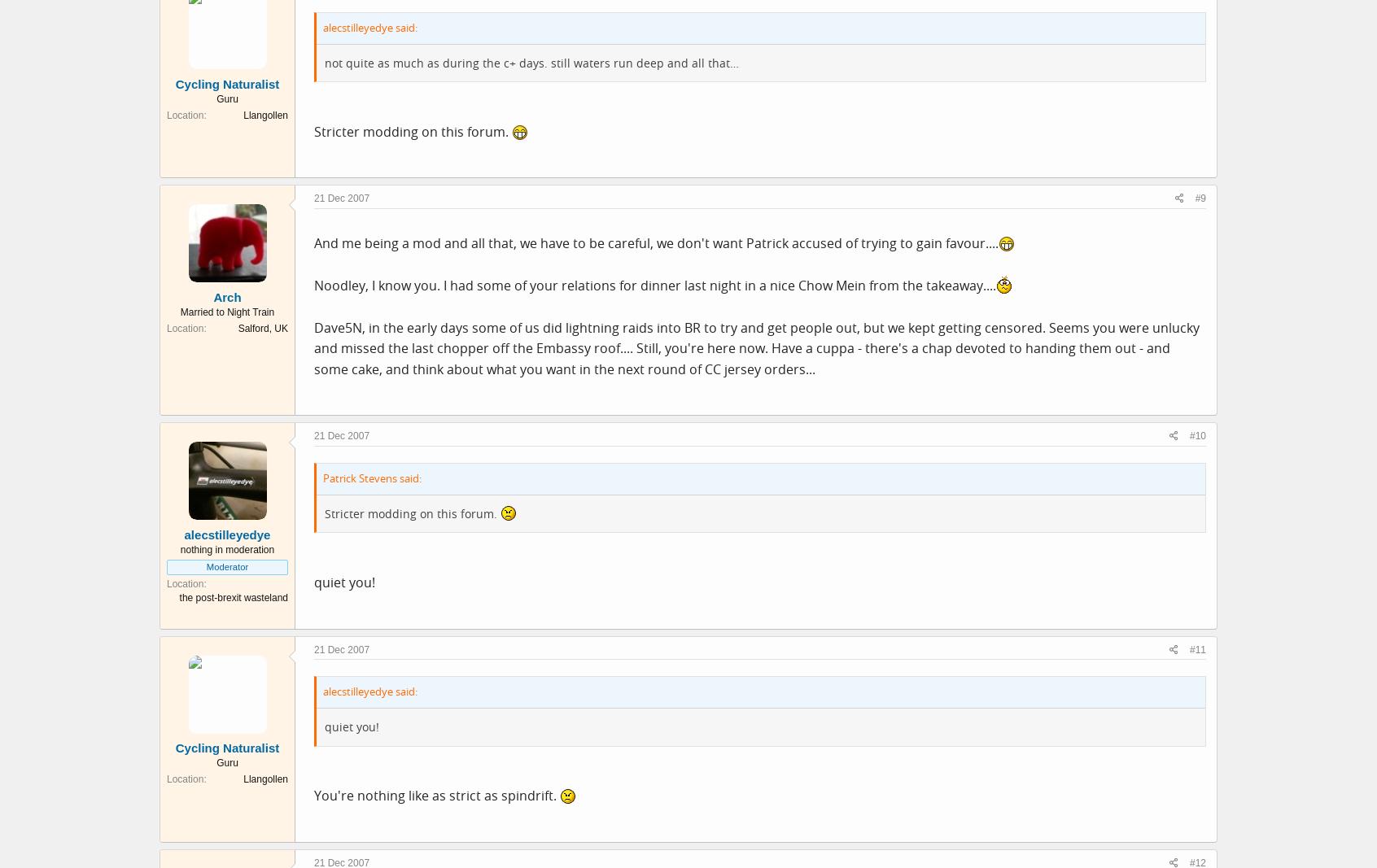 The image size is (1377, 868). I want to click on 'the post-brexit wasteland', so click(232, 596).